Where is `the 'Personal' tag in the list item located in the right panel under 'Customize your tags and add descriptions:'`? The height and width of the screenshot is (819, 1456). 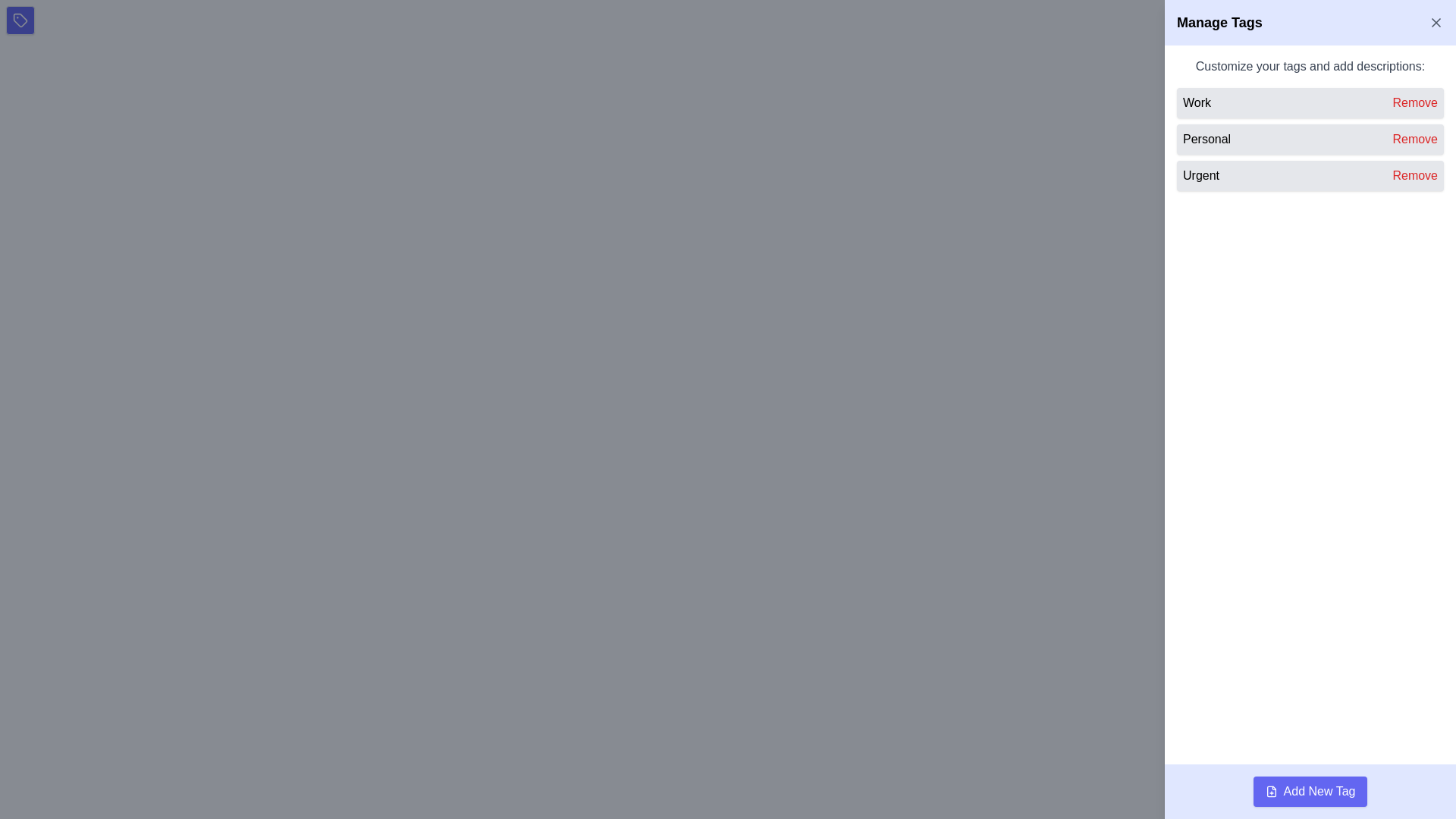
the 'Personal' tag in the list item located in the right panel under 'Customize your tags and add descriptions:' is located at coordinates (1310, 140).